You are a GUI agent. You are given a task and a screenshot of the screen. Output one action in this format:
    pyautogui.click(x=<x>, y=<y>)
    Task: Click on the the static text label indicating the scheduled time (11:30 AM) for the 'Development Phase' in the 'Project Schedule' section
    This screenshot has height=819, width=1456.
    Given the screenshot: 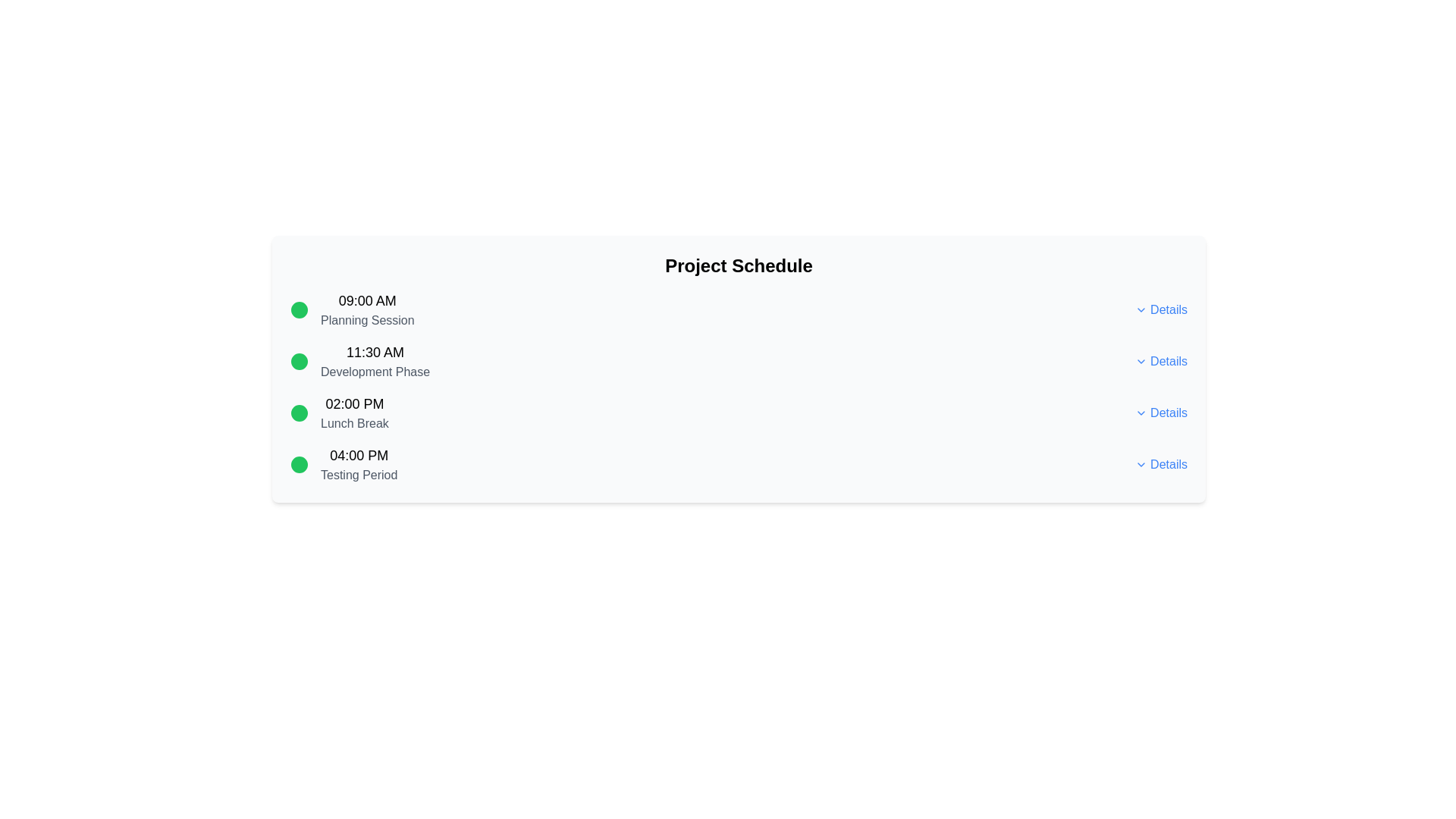 What is the action you would take?
    pyautogui.click(x=375, y=353)
    